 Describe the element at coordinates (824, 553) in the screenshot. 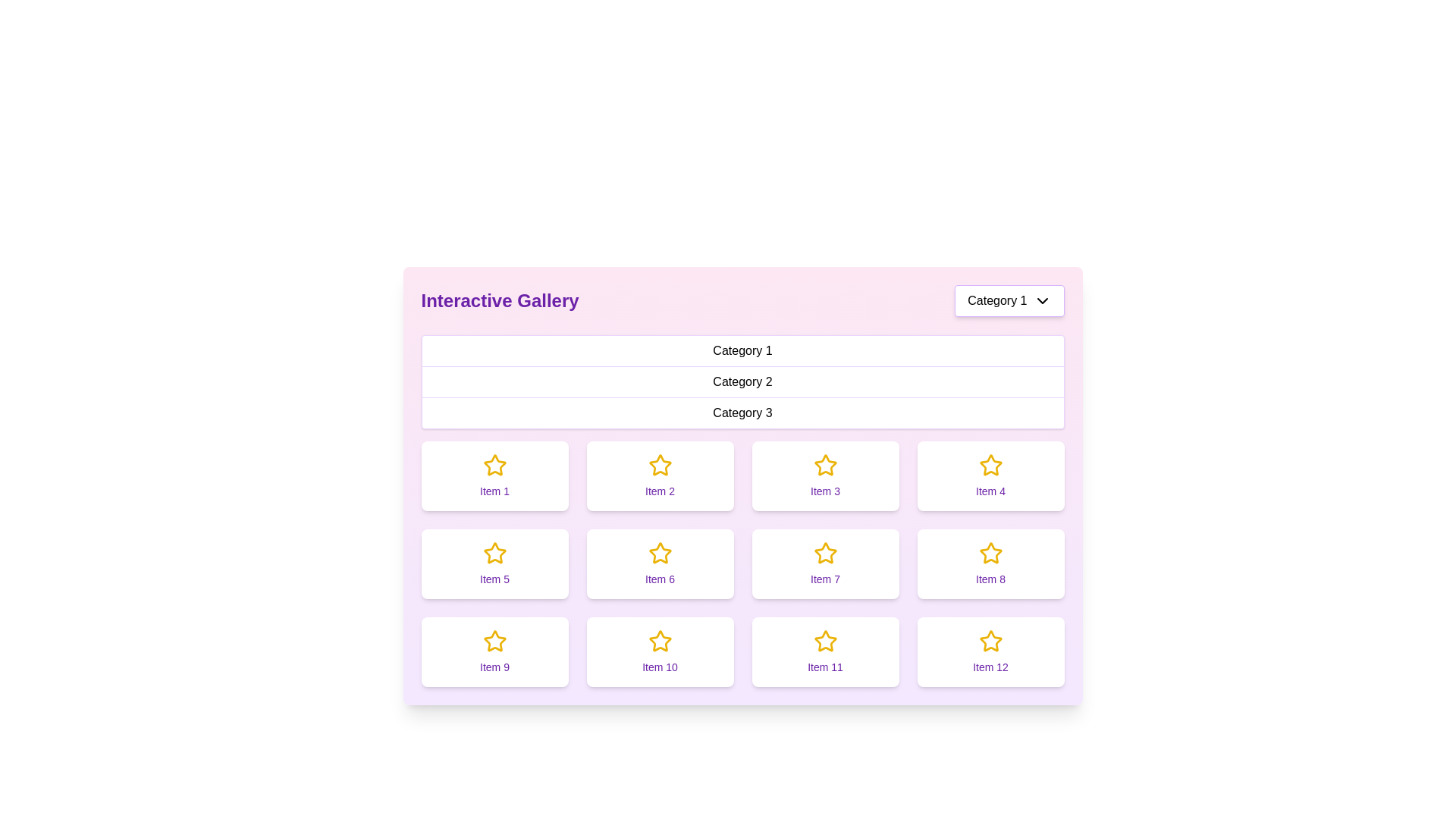

I see `the yellow outlined star button located in the second row, third column of the interactive gallery grid under the label 'Item 7' to interact with it` at that location.